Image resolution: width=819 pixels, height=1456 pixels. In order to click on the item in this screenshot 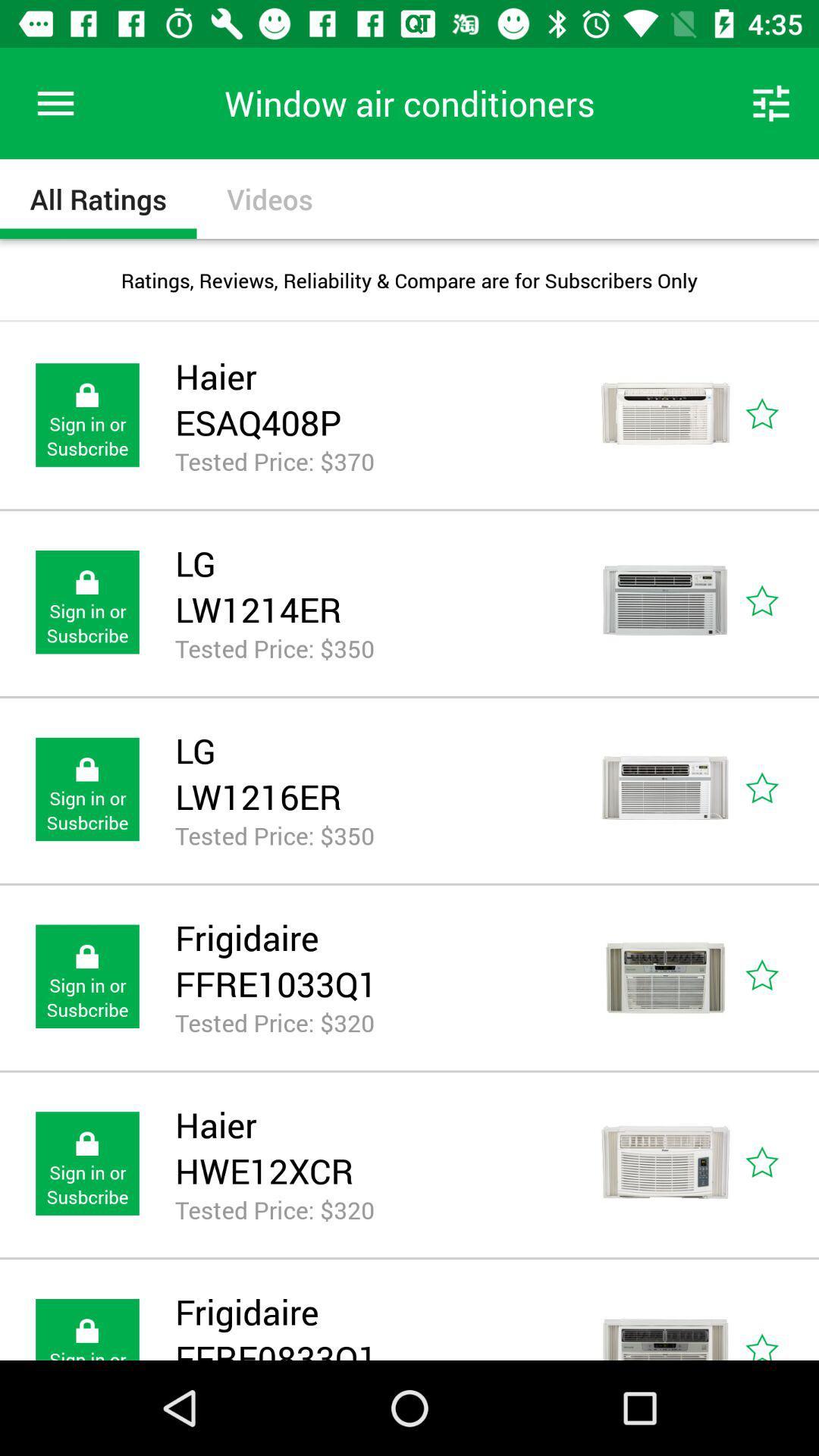, I will do `click(779, 977)`.